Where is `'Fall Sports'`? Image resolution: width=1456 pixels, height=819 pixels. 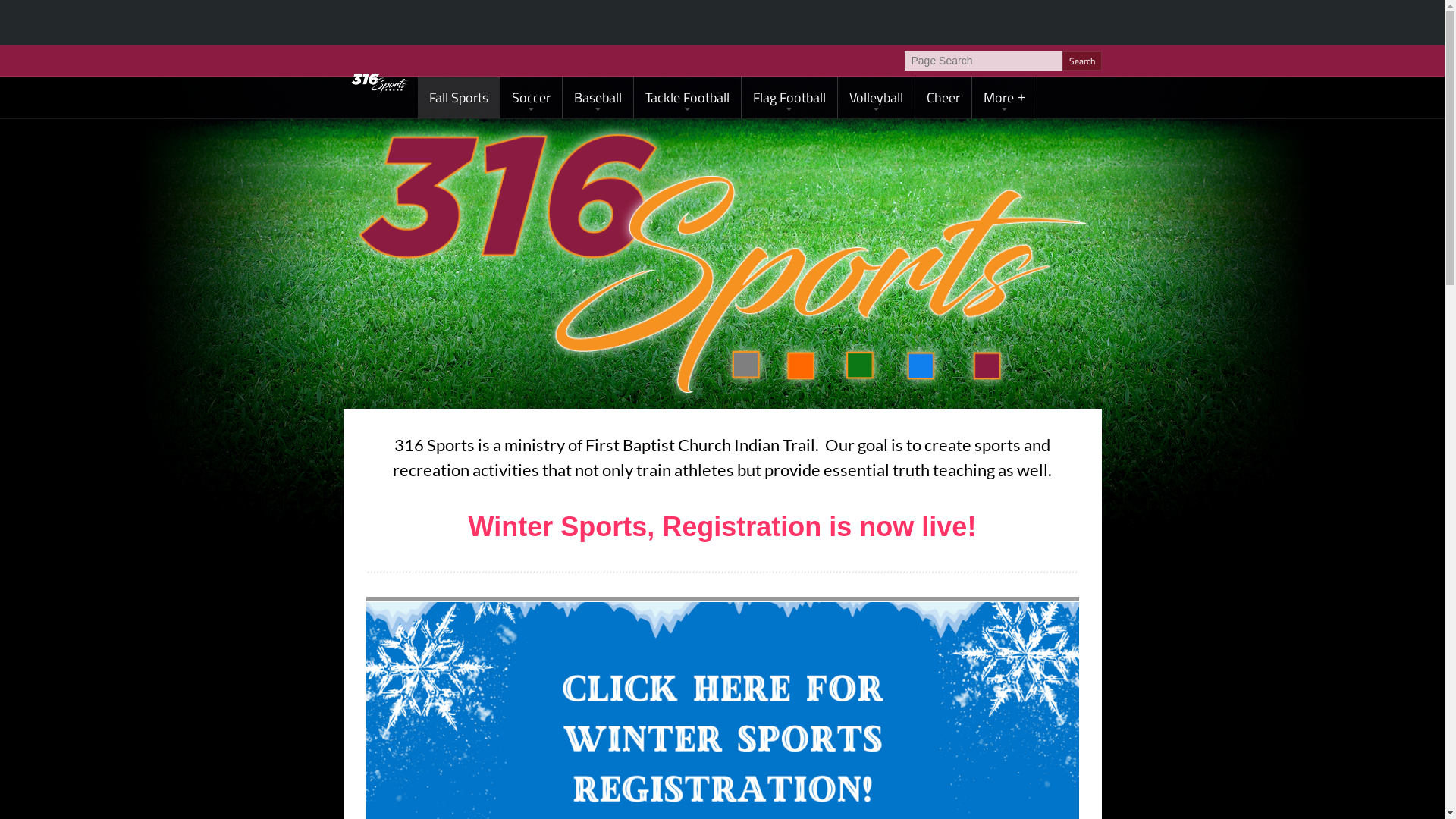 'Fall Sports' is located at coordinates (457, 97).